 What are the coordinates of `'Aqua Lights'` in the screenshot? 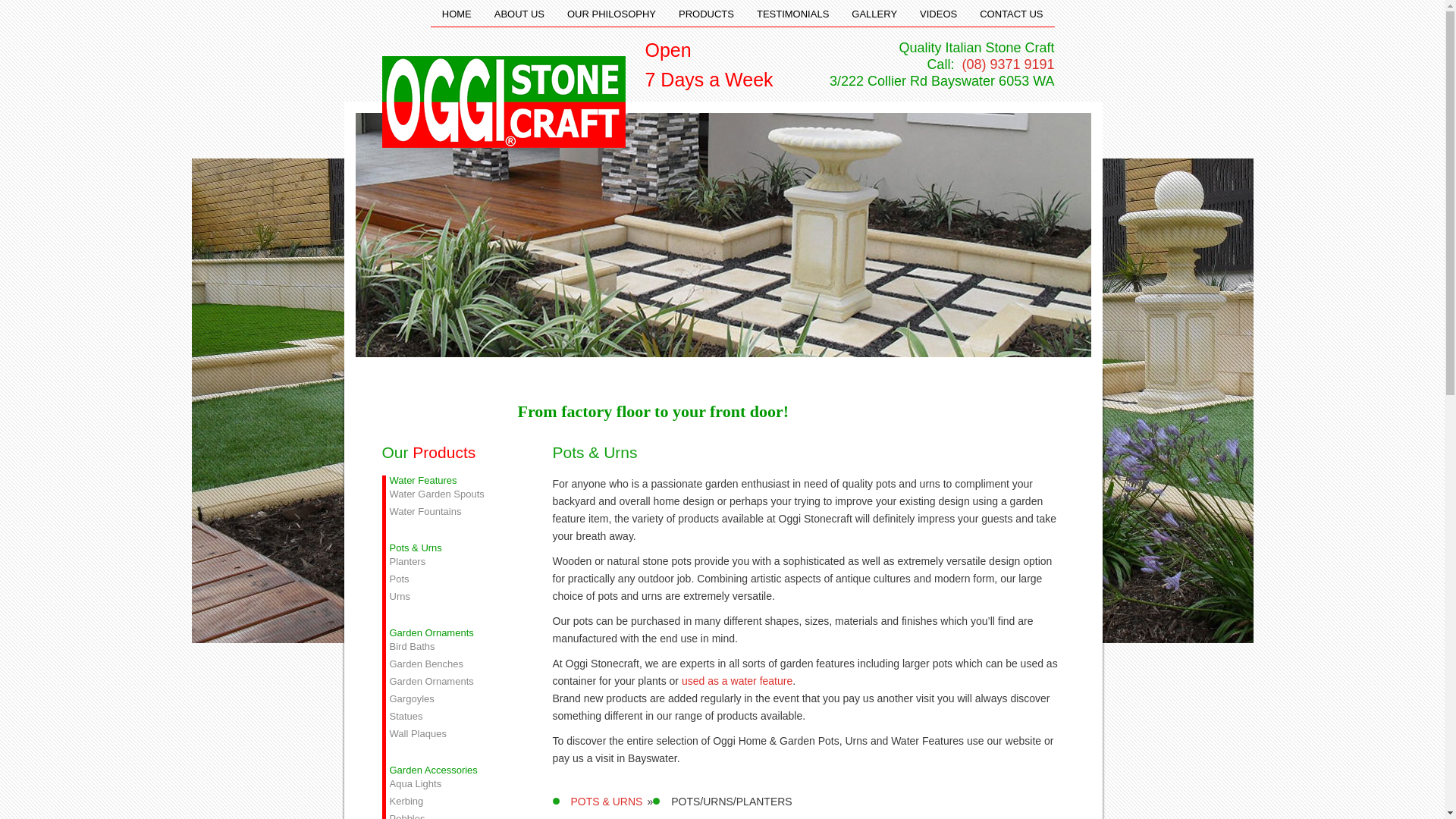 It's located at (389, 783).